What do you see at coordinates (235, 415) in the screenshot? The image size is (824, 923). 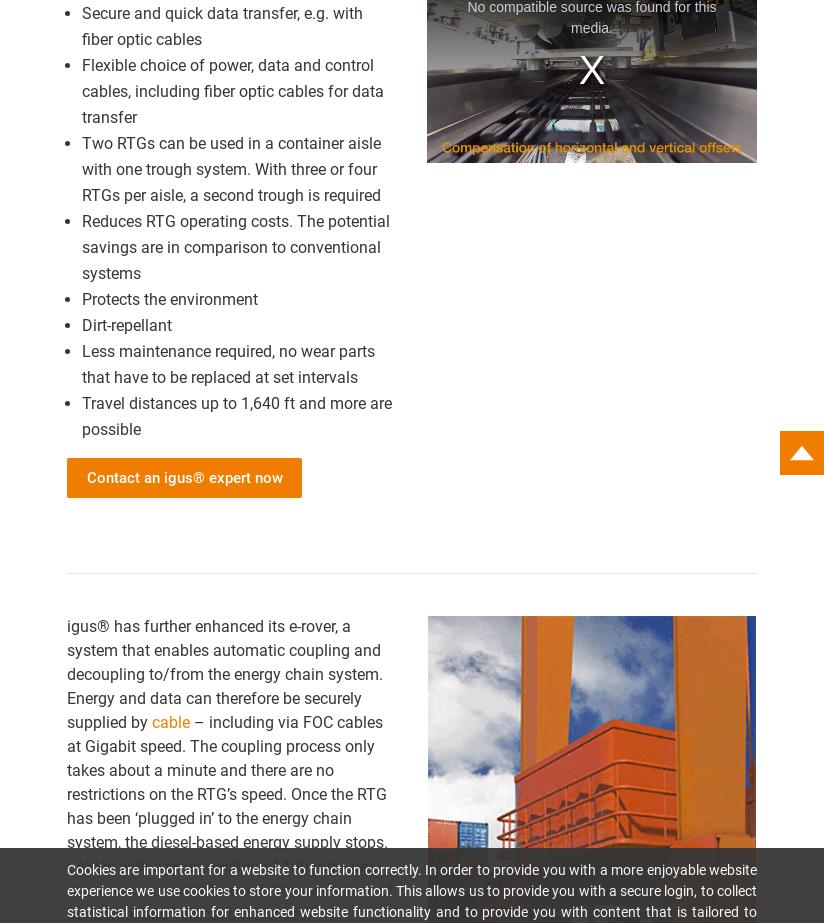 I see `'Travel distances up to 1,640 ft and more are possible'` at bounding box center [235, 415].